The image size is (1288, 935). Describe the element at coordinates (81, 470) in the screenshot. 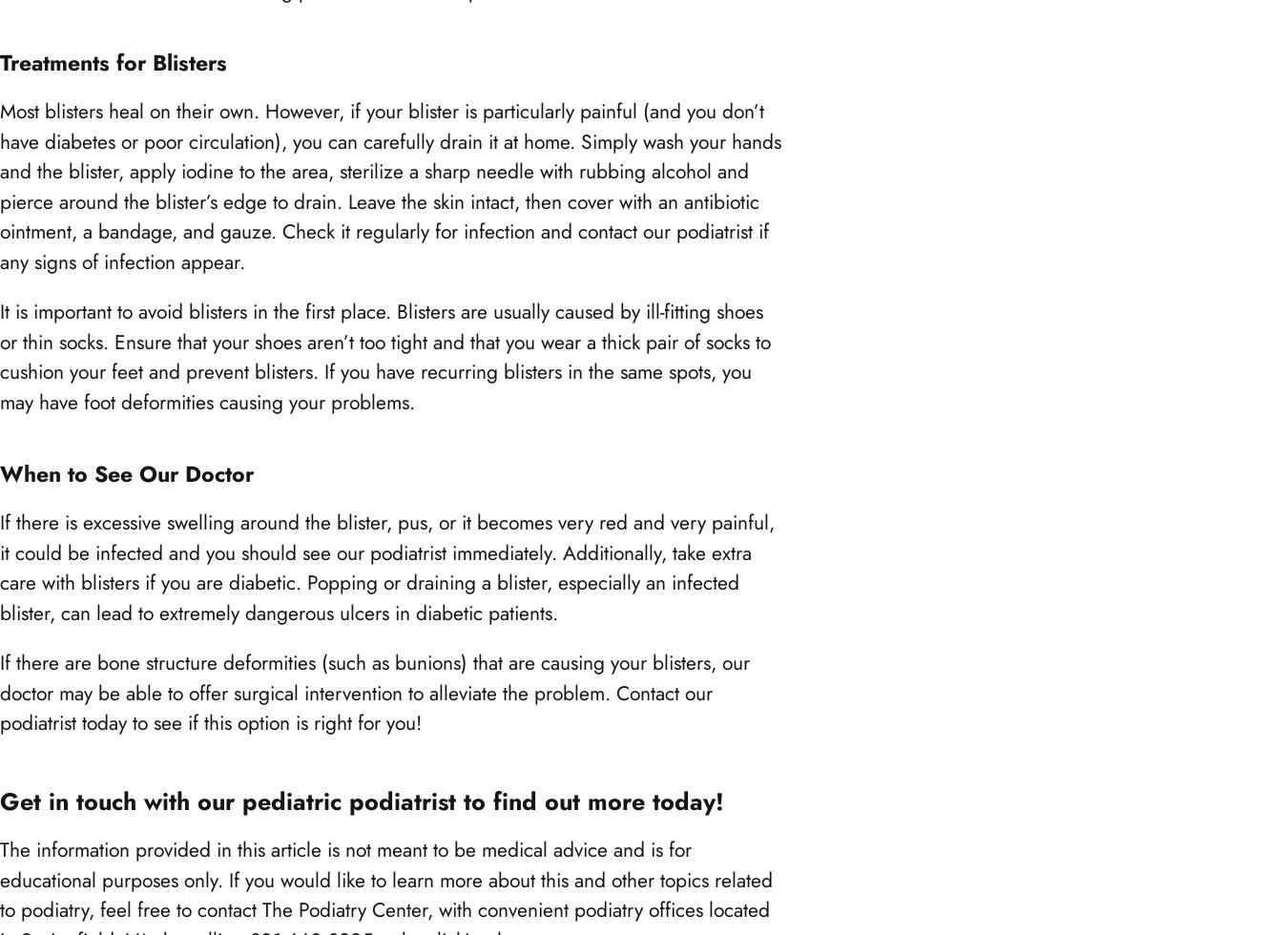

I see `'Privacy Policy'` at that location.